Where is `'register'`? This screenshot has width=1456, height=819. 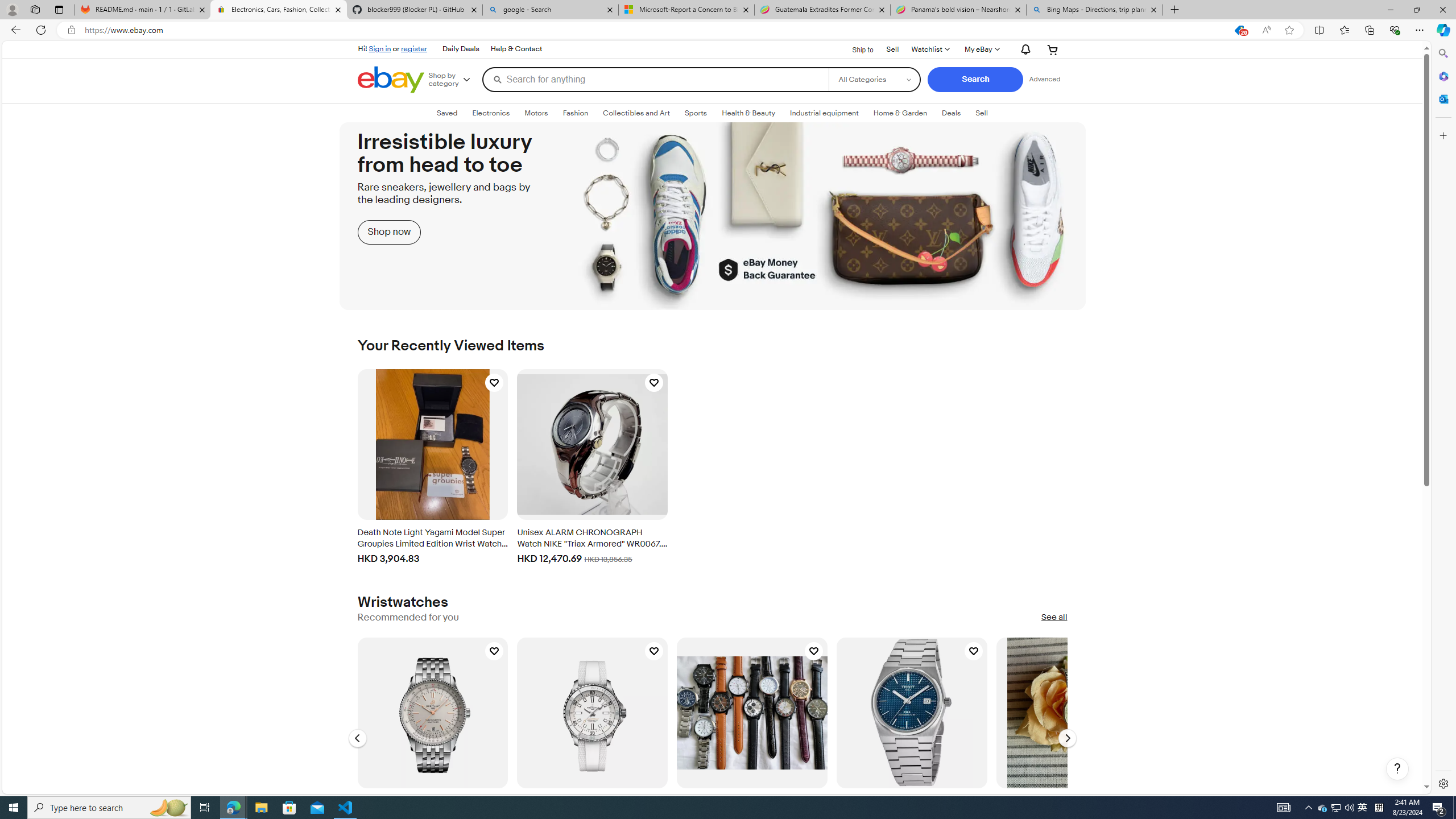
'register' is located at coordinates (413, 48).